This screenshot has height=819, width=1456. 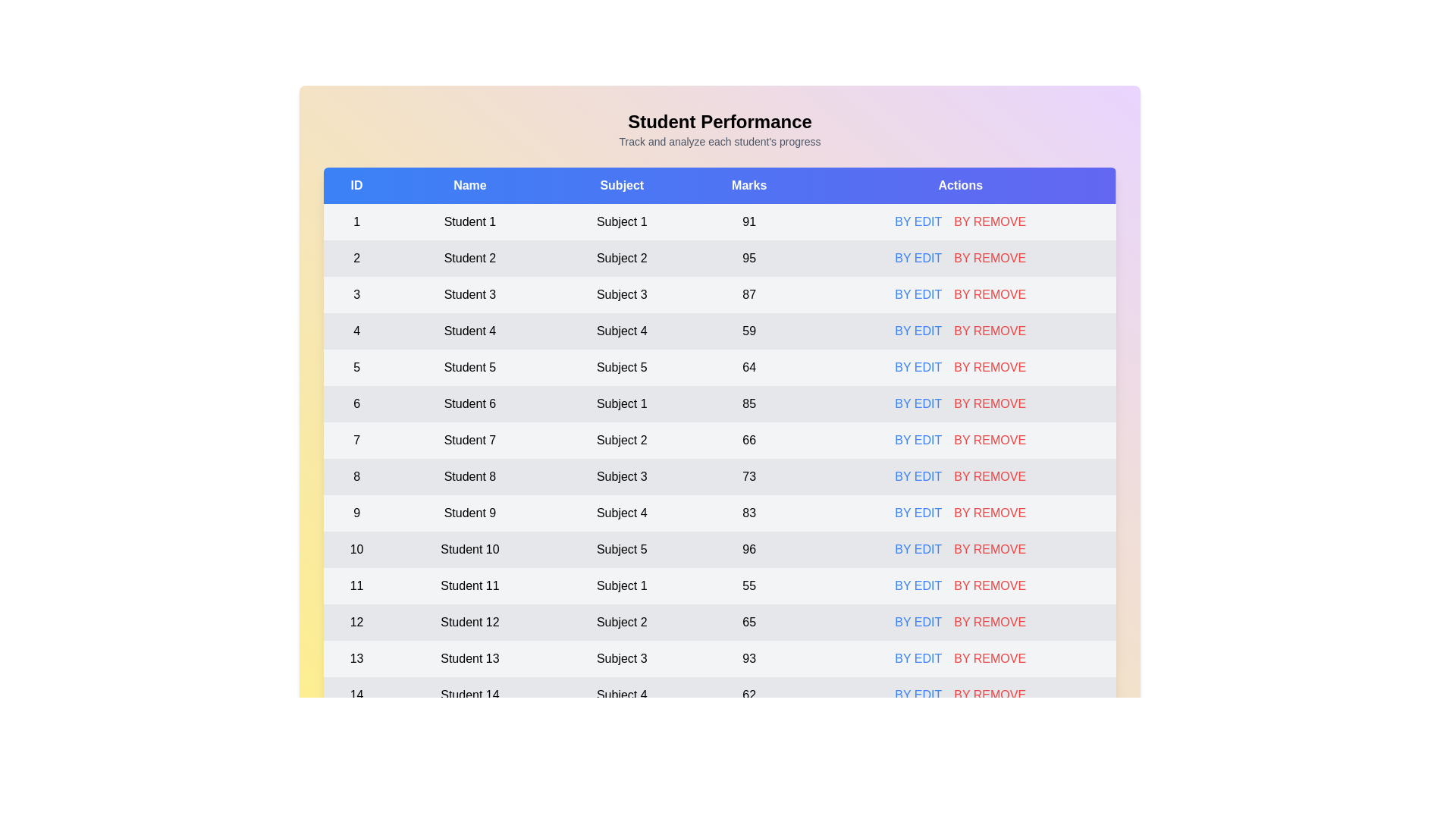 I want to click on the table header to sort by Name, so click(x=469, y=185).